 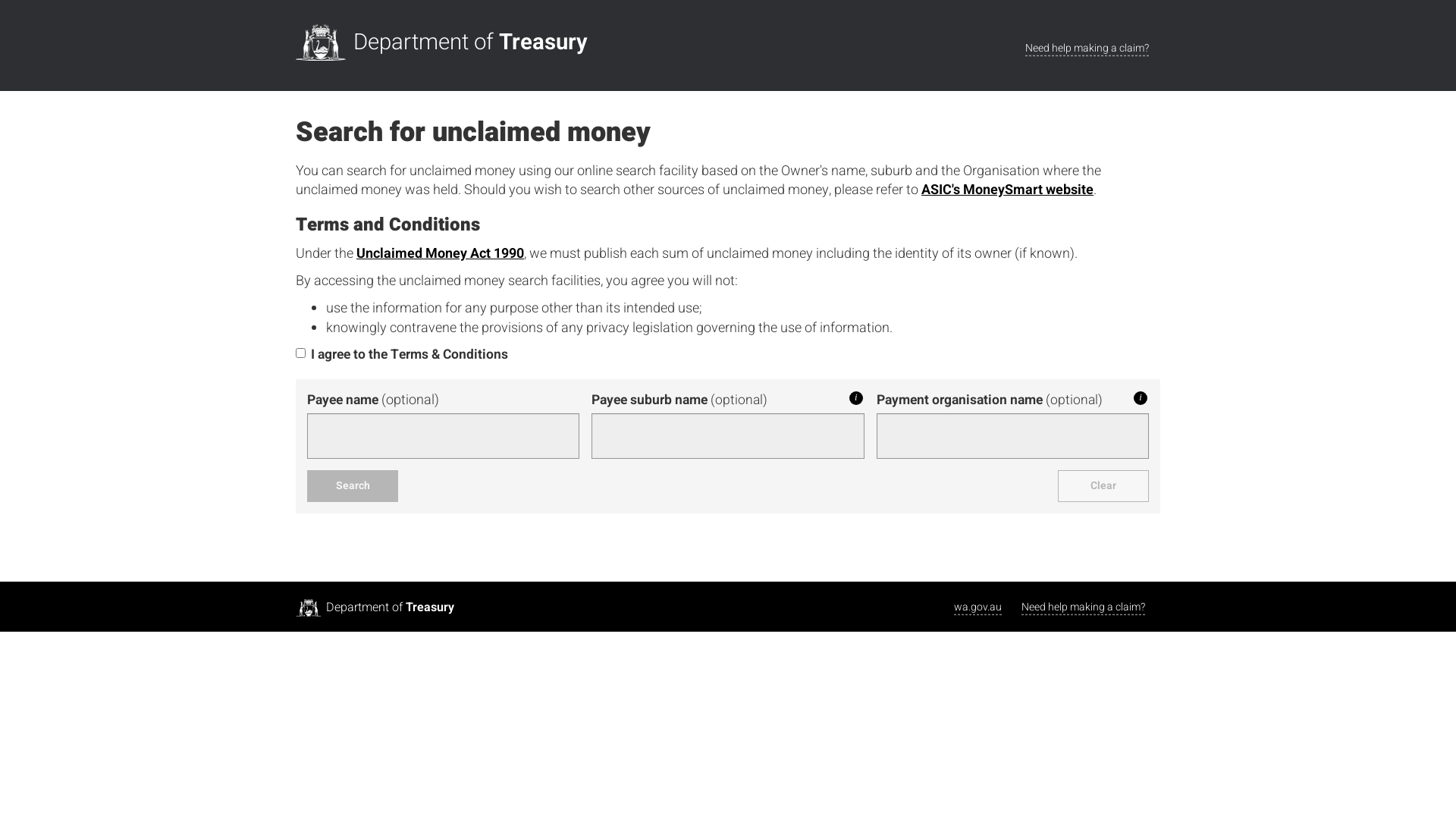 What do you see at coordinates (352, 485) in the screenshot?
I see `'Search'` at bounding box center [352, 485].